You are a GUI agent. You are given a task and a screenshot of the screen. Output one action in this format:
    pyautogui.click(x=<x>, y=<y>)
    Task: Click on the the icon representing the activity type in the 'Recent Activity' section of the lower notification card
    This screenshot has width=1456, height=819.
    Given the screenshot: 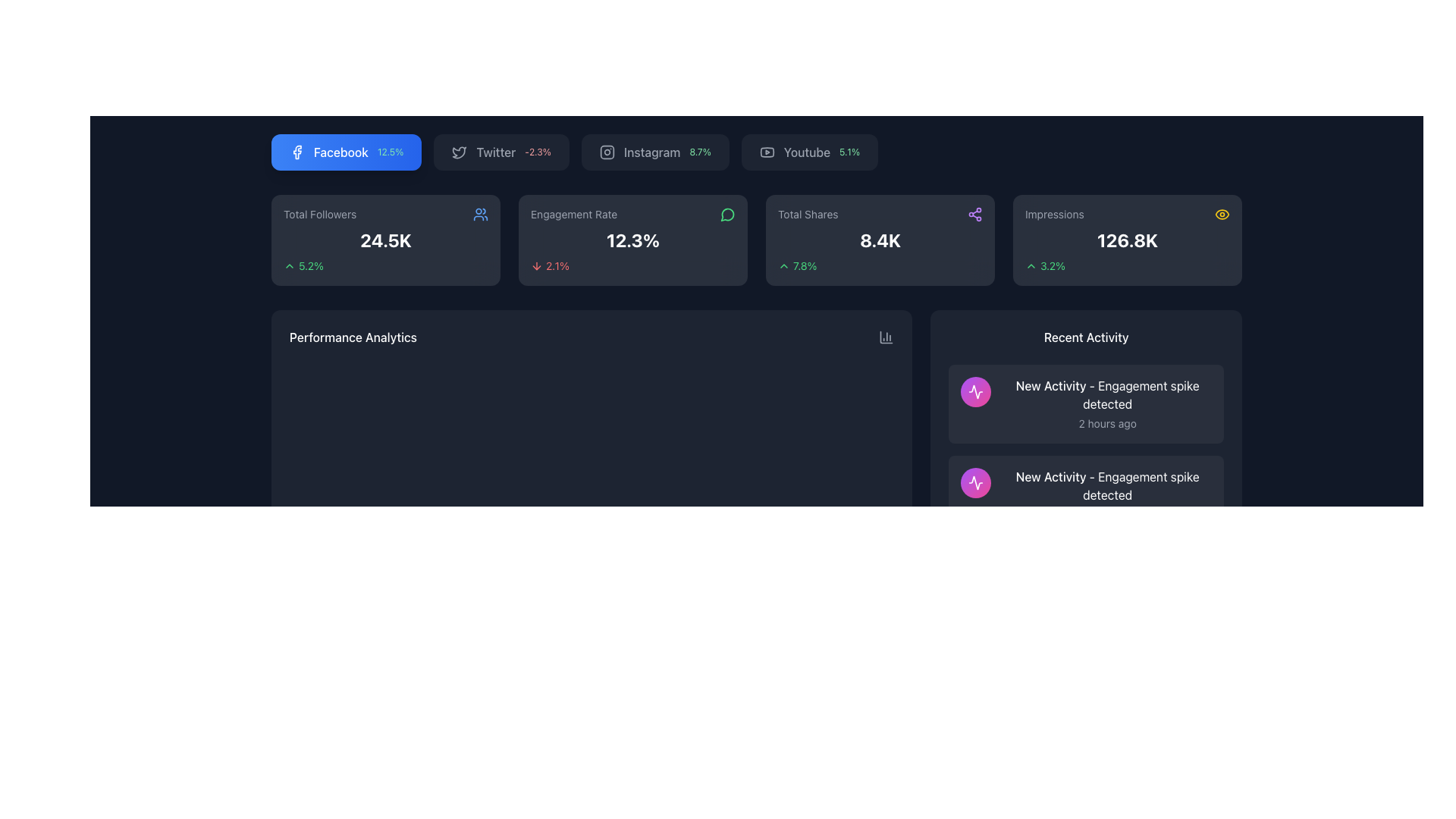 What is the action you would take?
    pyautogui.click(x=976, y=391)
    